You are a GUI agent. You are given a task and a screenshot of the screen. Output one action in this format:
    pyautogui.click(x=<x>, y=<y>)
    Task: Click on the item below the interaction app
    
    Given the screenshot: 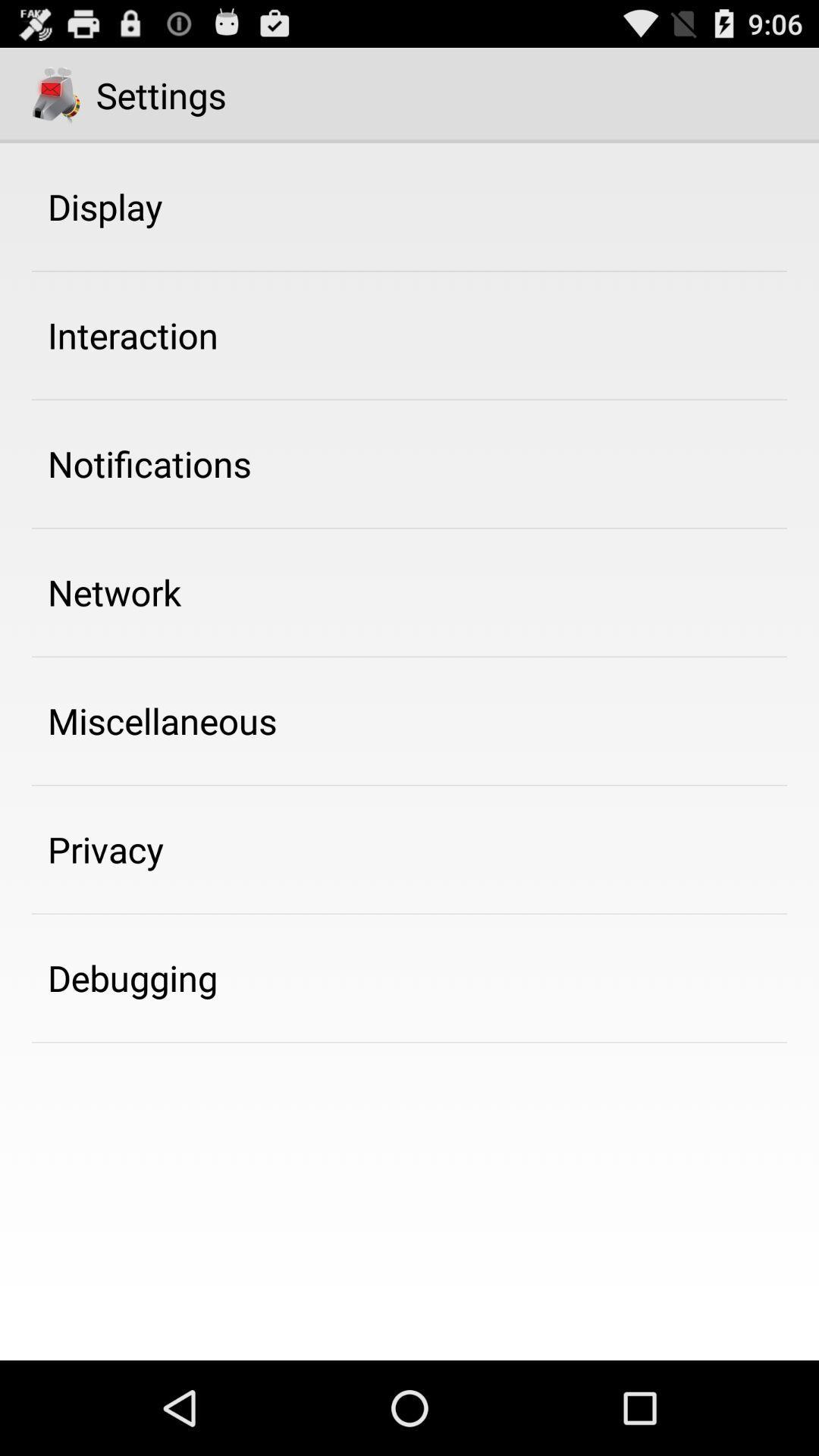 What is the action you would take?
    pyautogui.click(x=149, y=463)
    